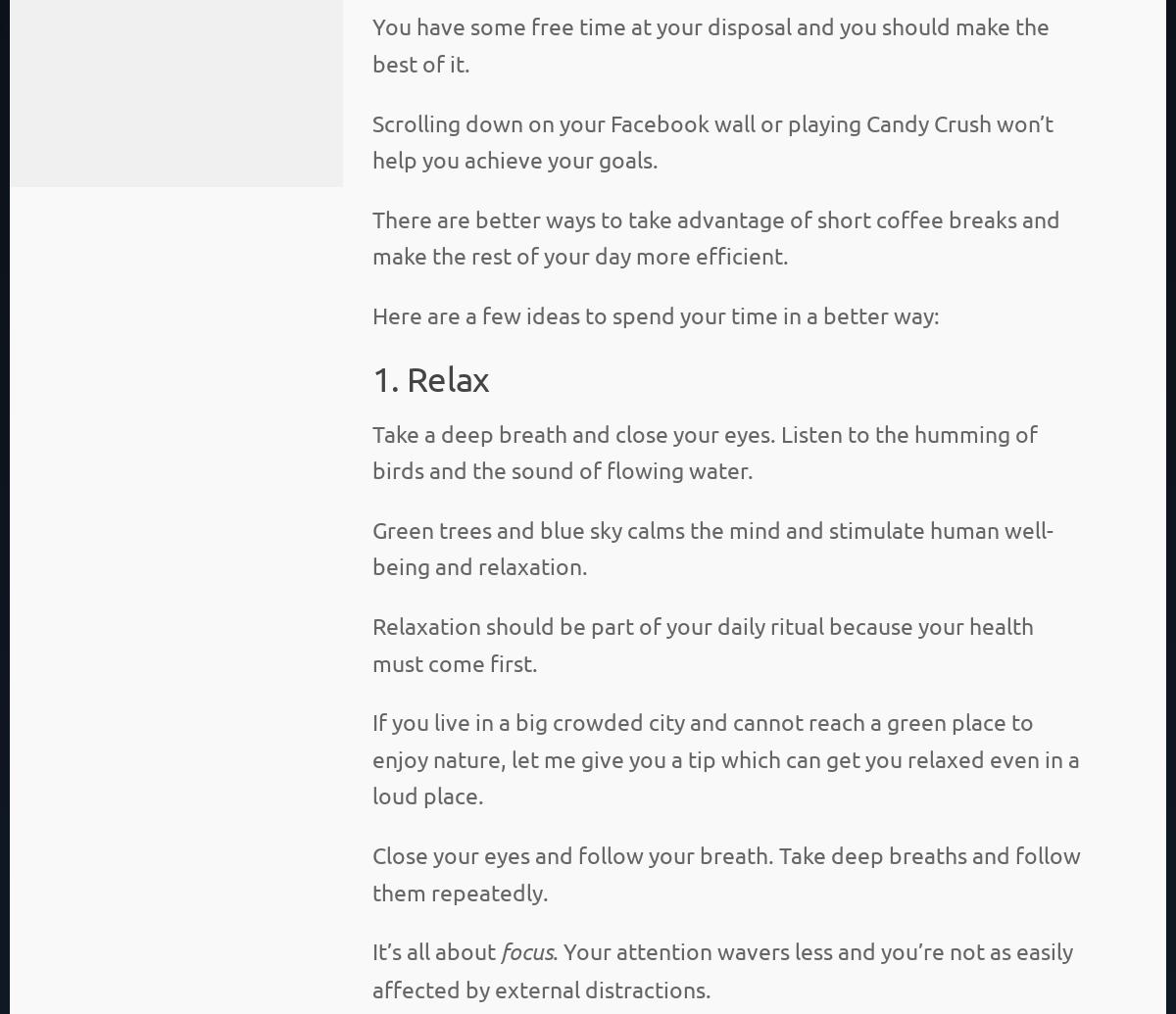 This screenshot has height=1014, width=1176. I want to click on 'Take a deep breath and close your eyes. Listen to the humming of birds and the sound of flowing water.', so click(705, 451).